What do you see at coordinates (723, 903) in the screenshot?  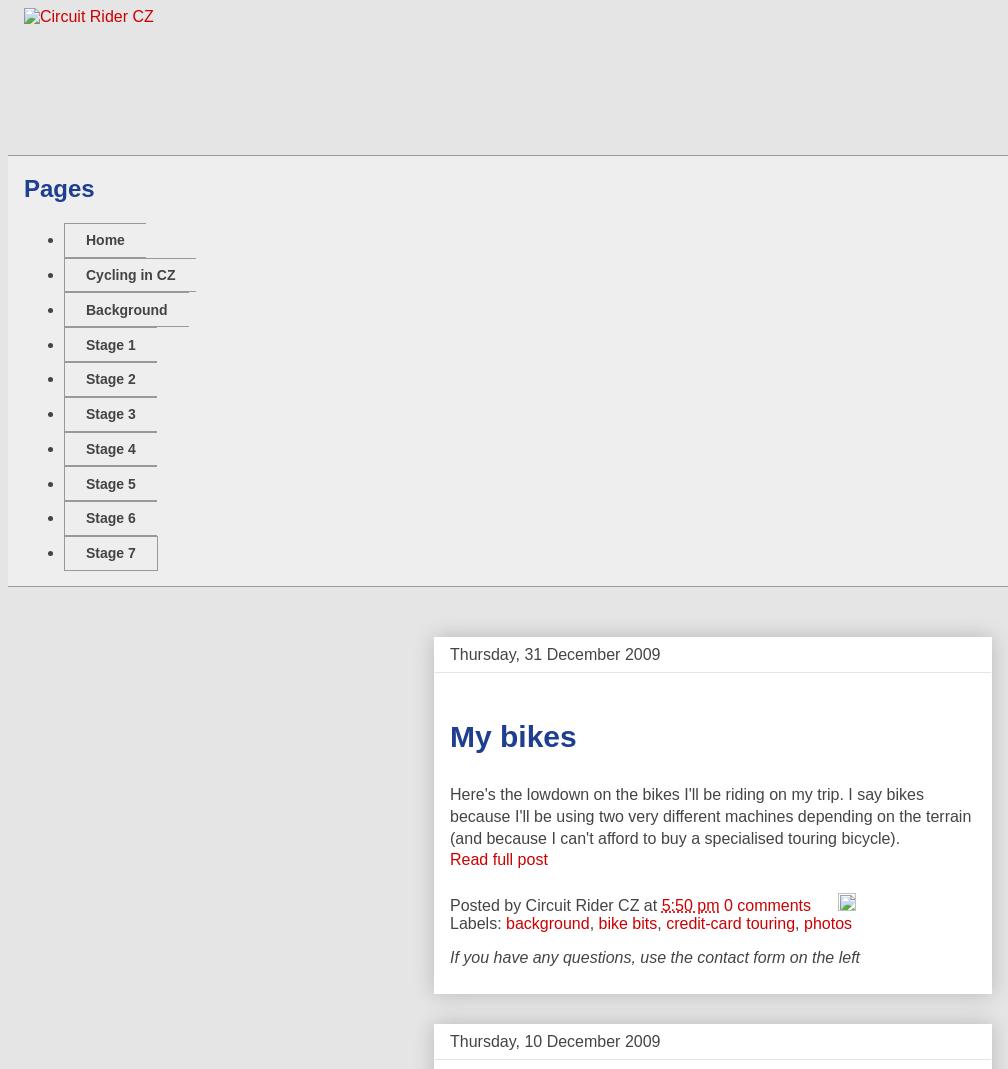 I see `'0
comments'` at bounding box center [723, 903].